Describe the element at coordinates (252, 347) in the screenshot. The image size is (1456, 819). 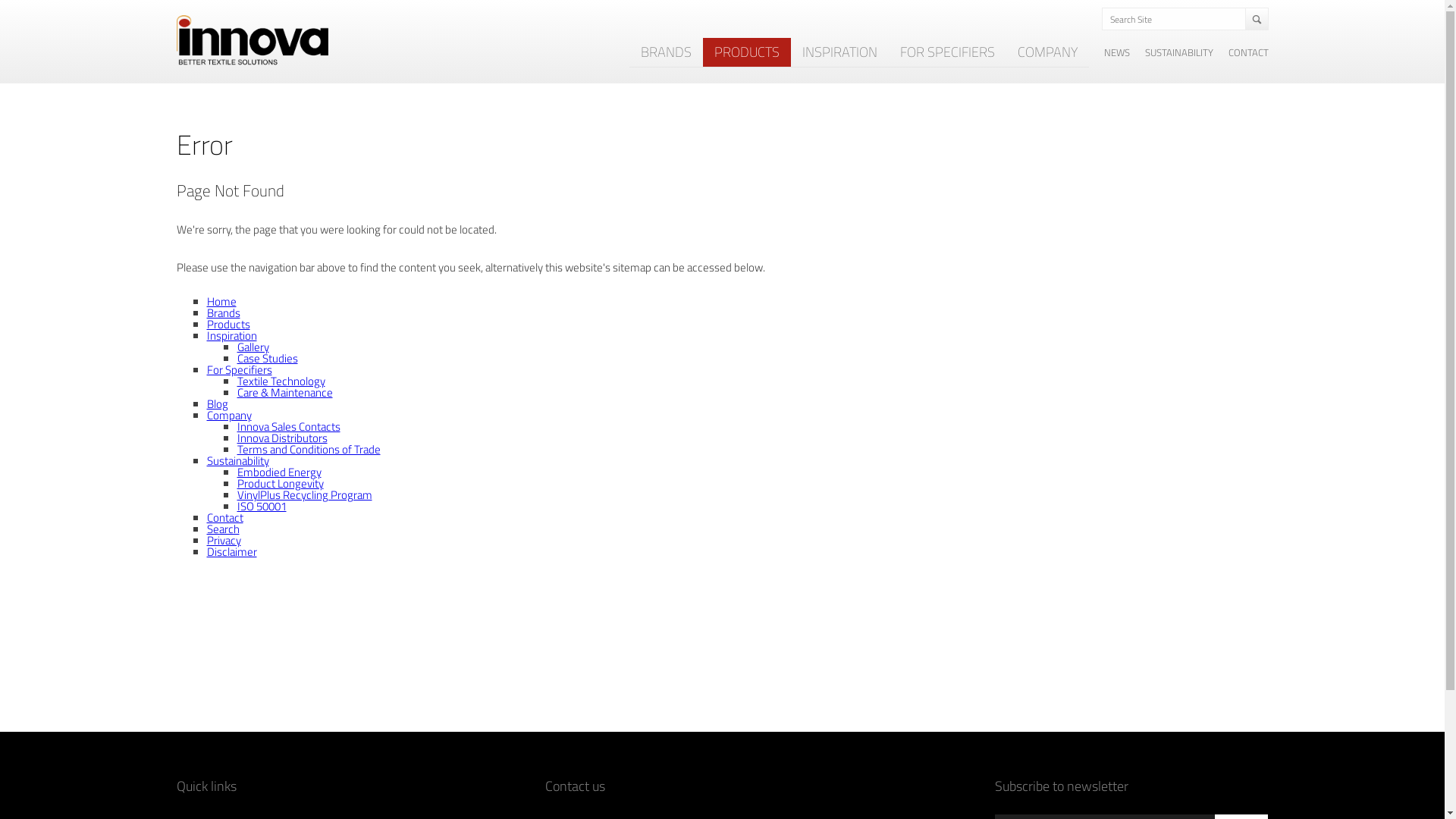
I see `'Gallery'` at that location.